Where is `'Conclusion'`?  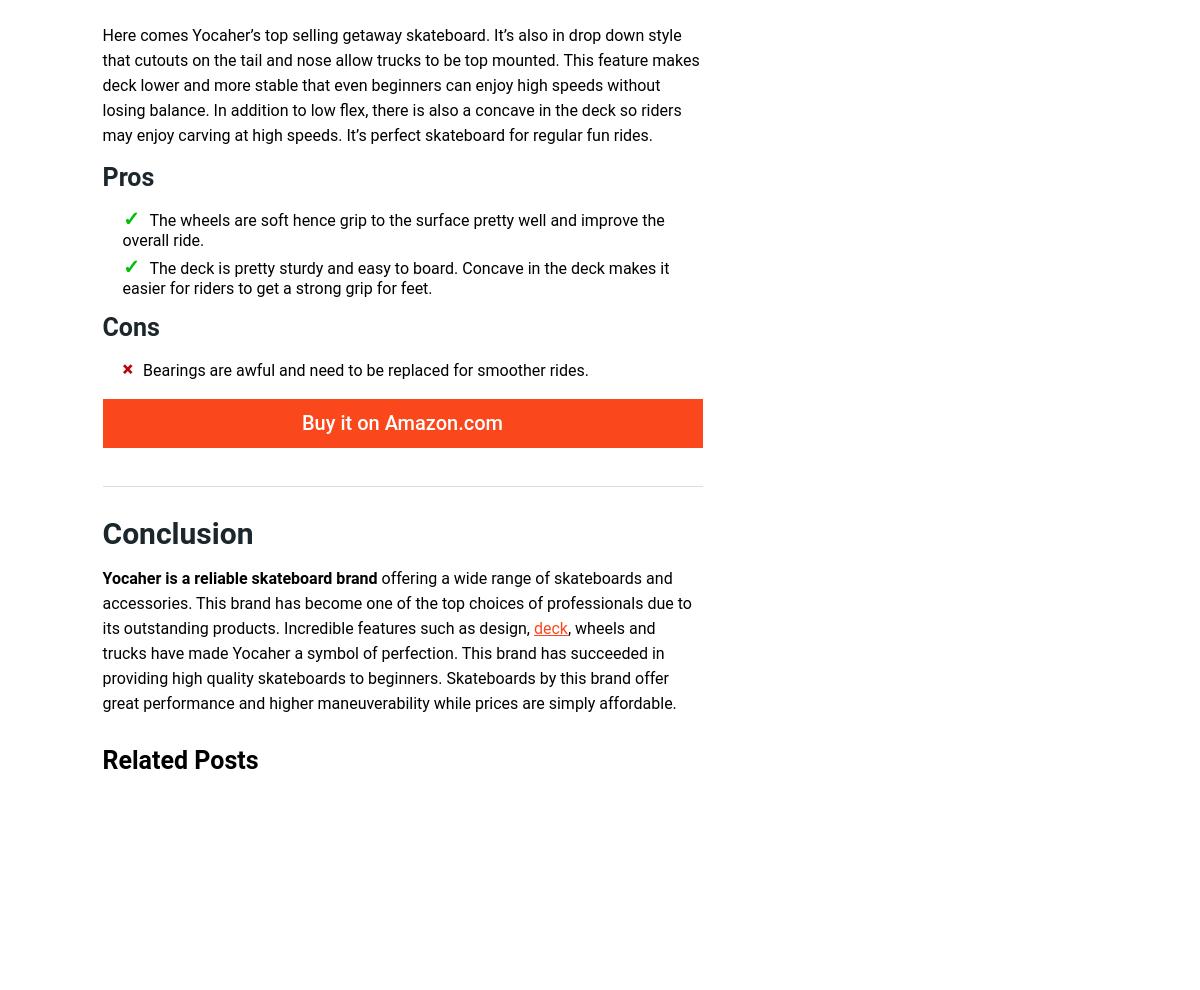
'Conclusion' is located at coordinates (176, 532).